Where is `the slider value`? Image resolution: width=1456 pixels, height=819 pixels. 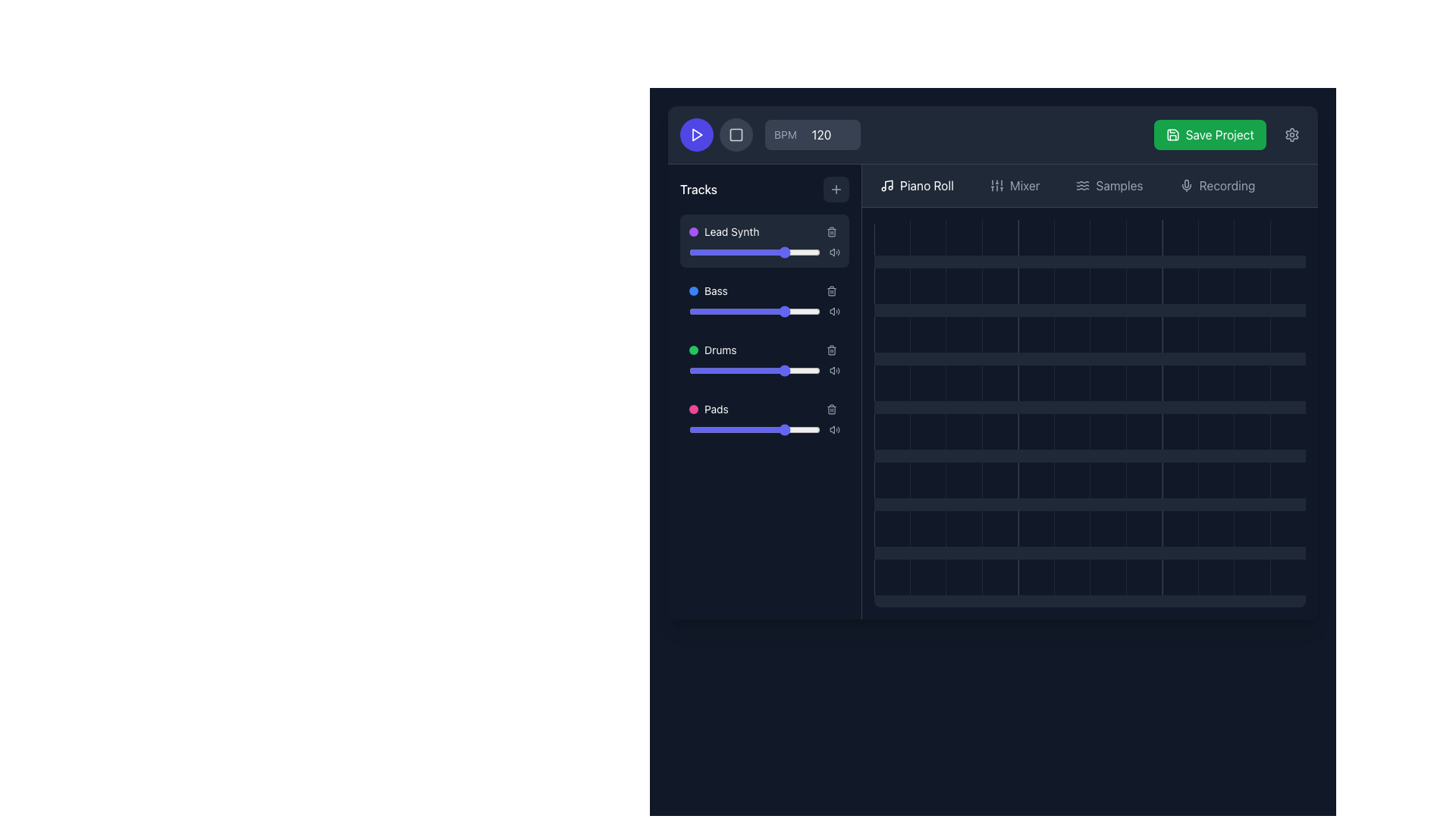
the slider value is located at coordinates (789, 251).